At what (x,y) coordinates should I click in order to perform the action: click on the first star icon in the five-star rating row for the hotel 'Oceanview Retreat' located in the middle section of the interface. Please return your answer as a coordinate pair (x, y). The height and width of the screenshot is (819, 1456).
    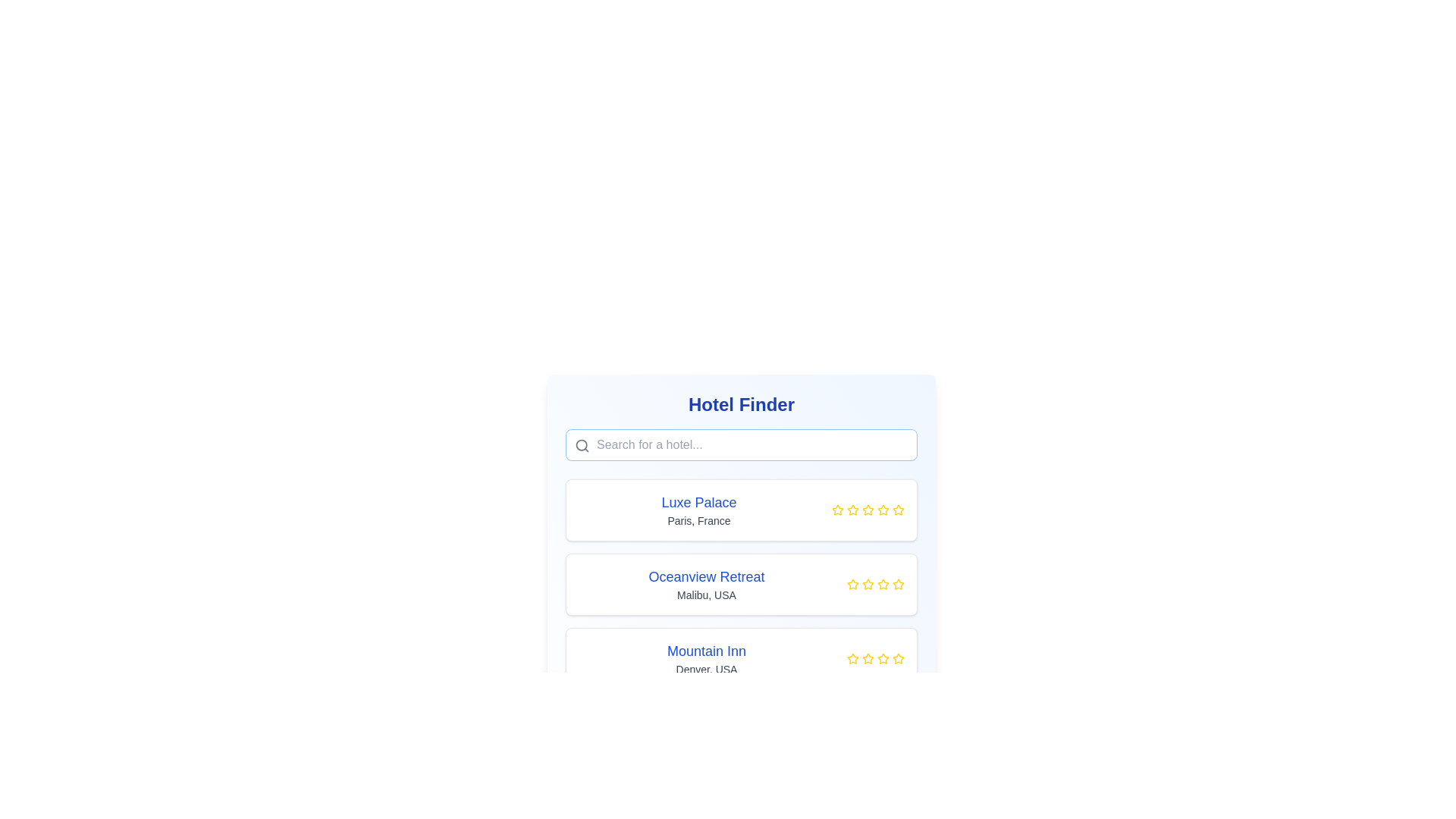
    Looking at the image, I should click on (852, 584).